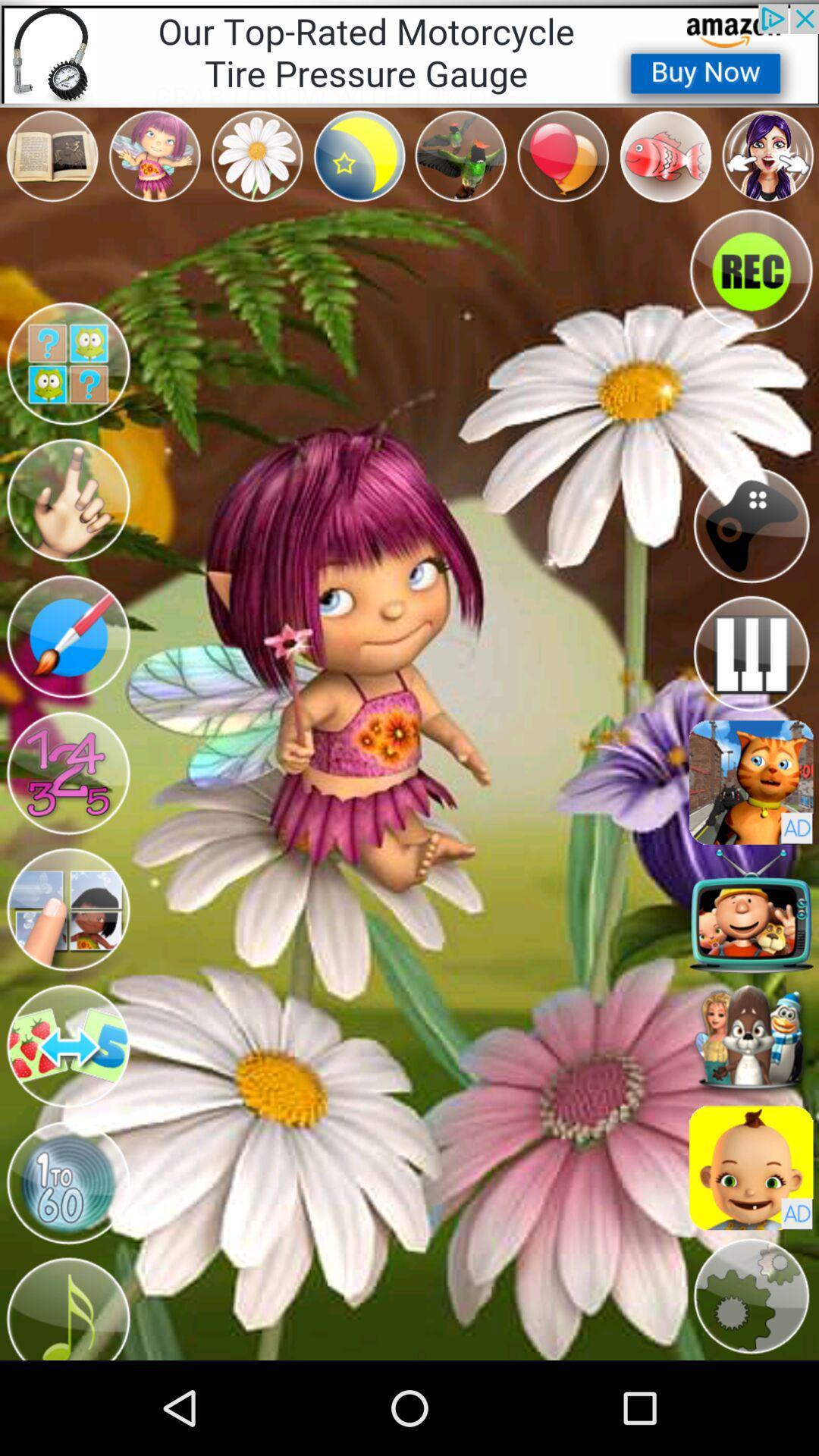 The width and height of the screenshot is (819, 1456). Describe the element at coordinates (67, 1397) in the screenshot. I see `the music icon` at that location.